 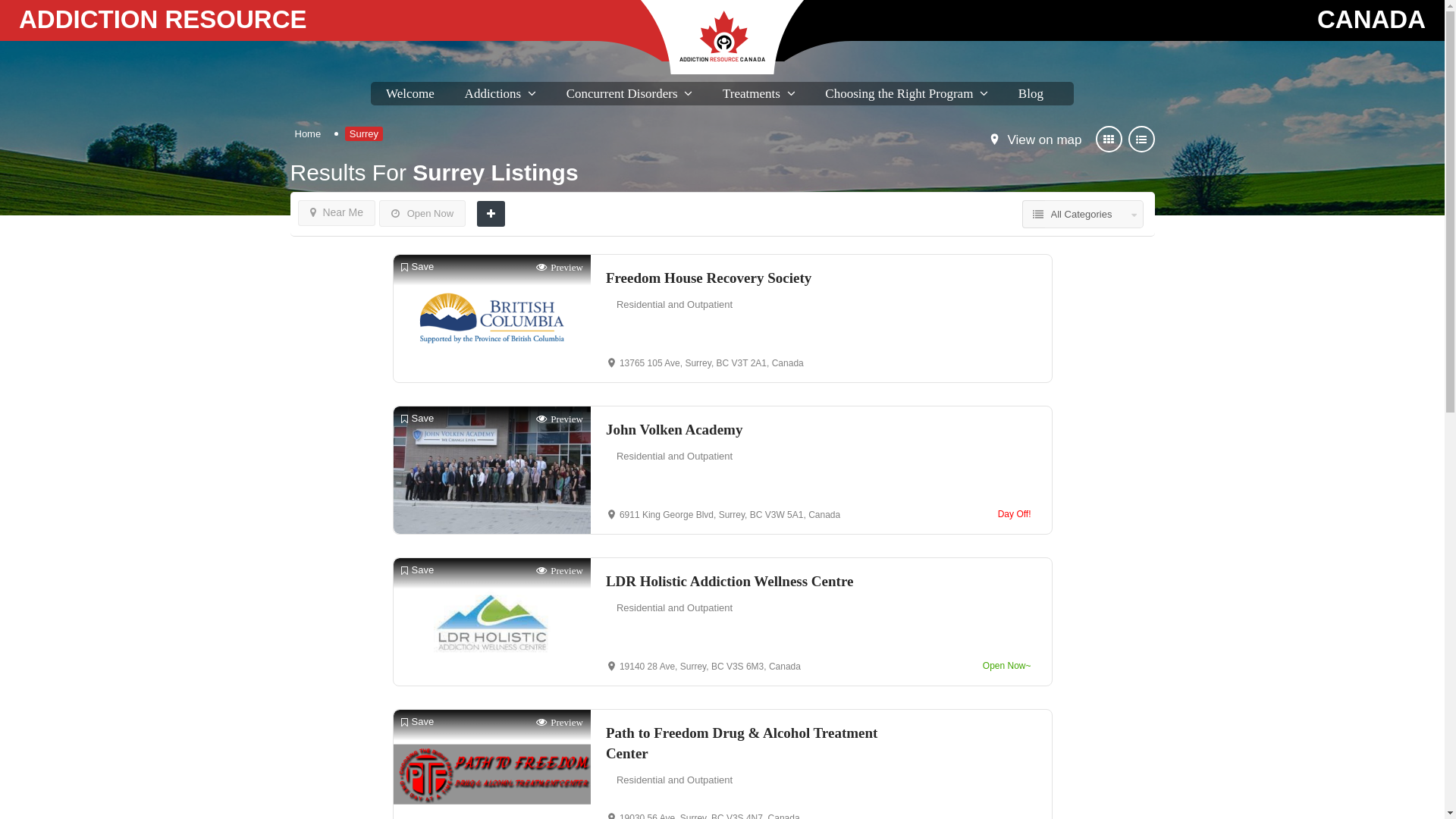 What do you see at coordinates (1007, 665) in the screenshot?
I see `'Open Now~'` at bounding box center [1007, 665].